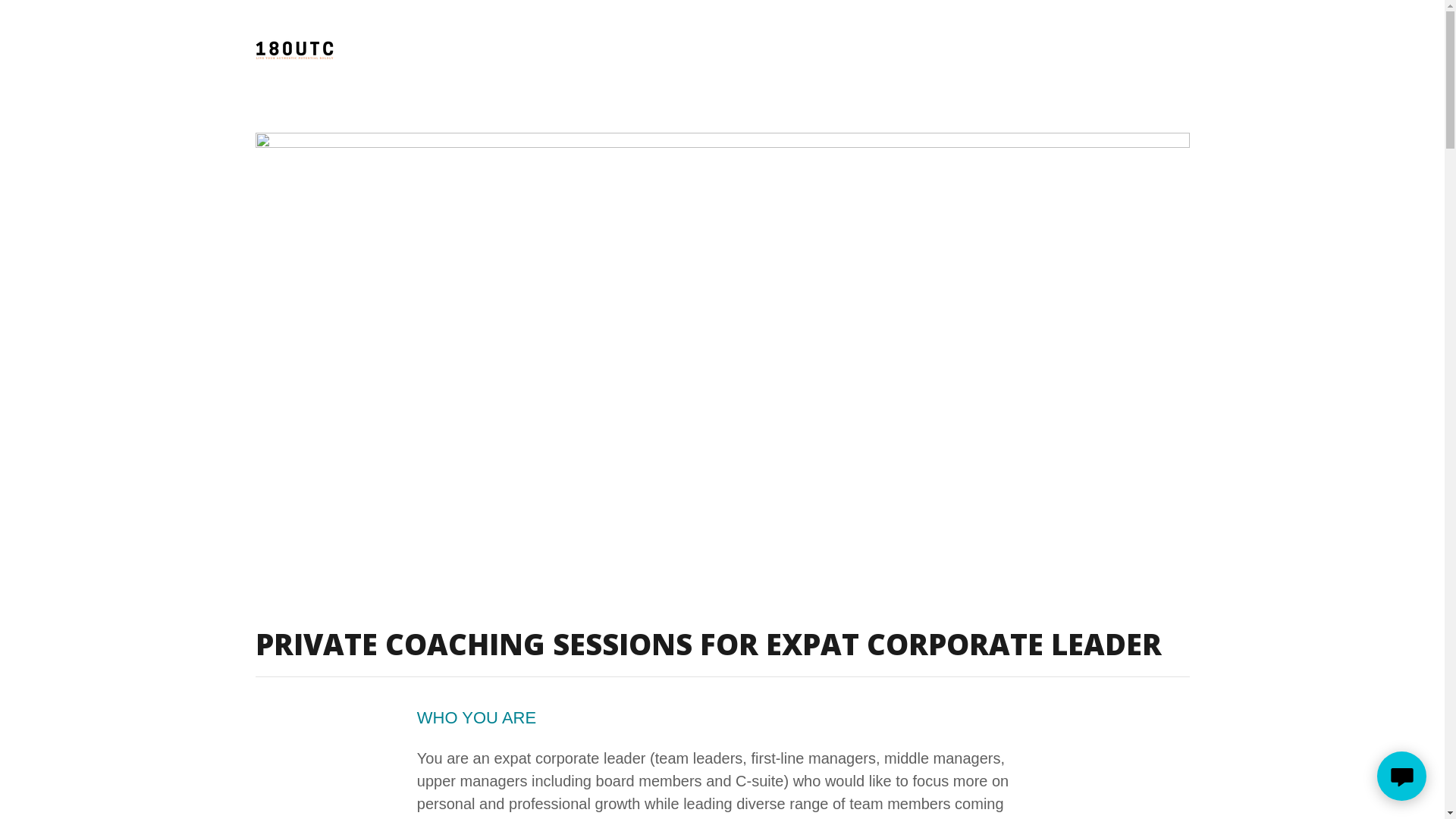  I want to click on '180UTC', so click(293, 49).